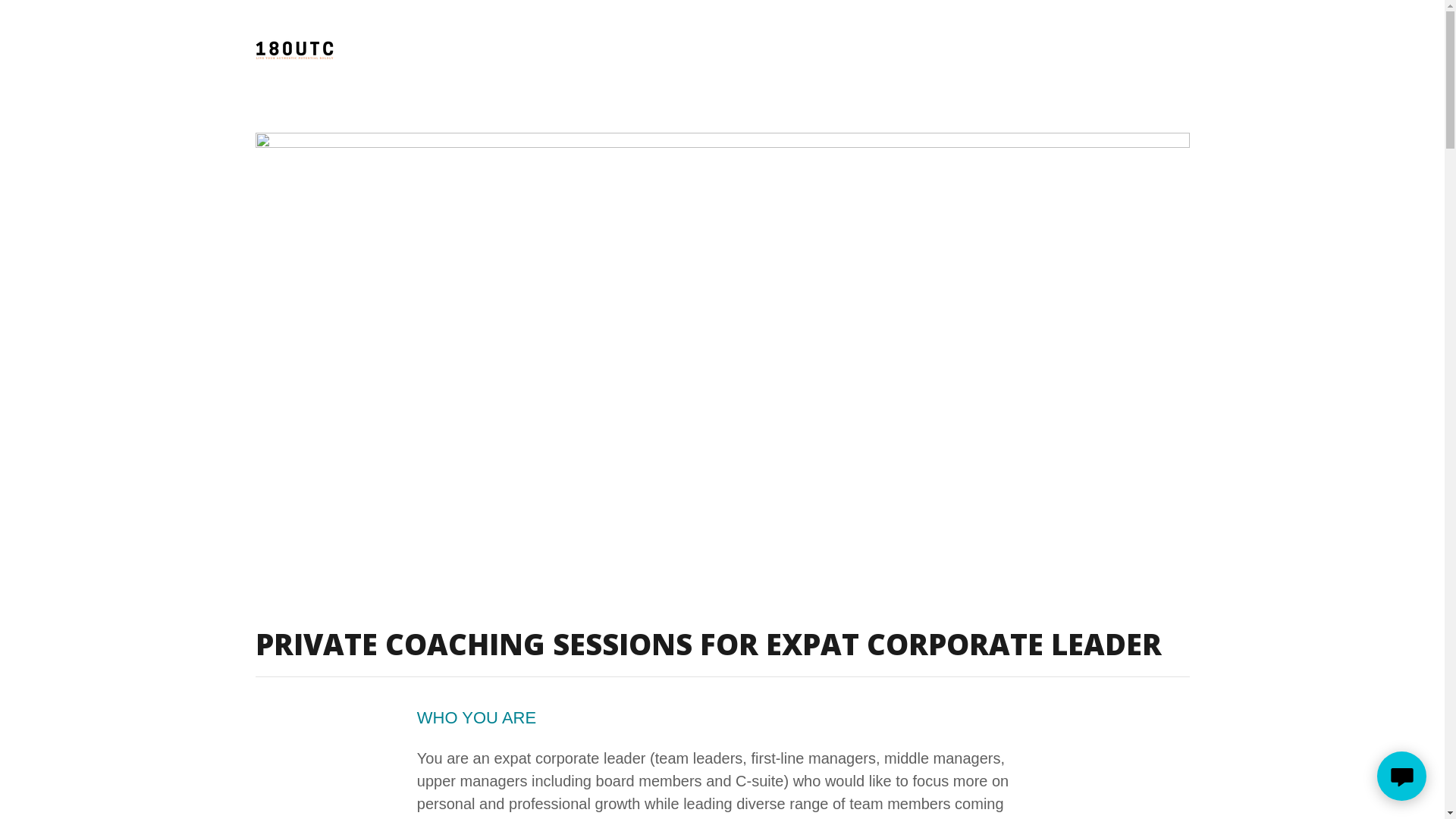  I want to click on '180UTC', so click(293, 49).